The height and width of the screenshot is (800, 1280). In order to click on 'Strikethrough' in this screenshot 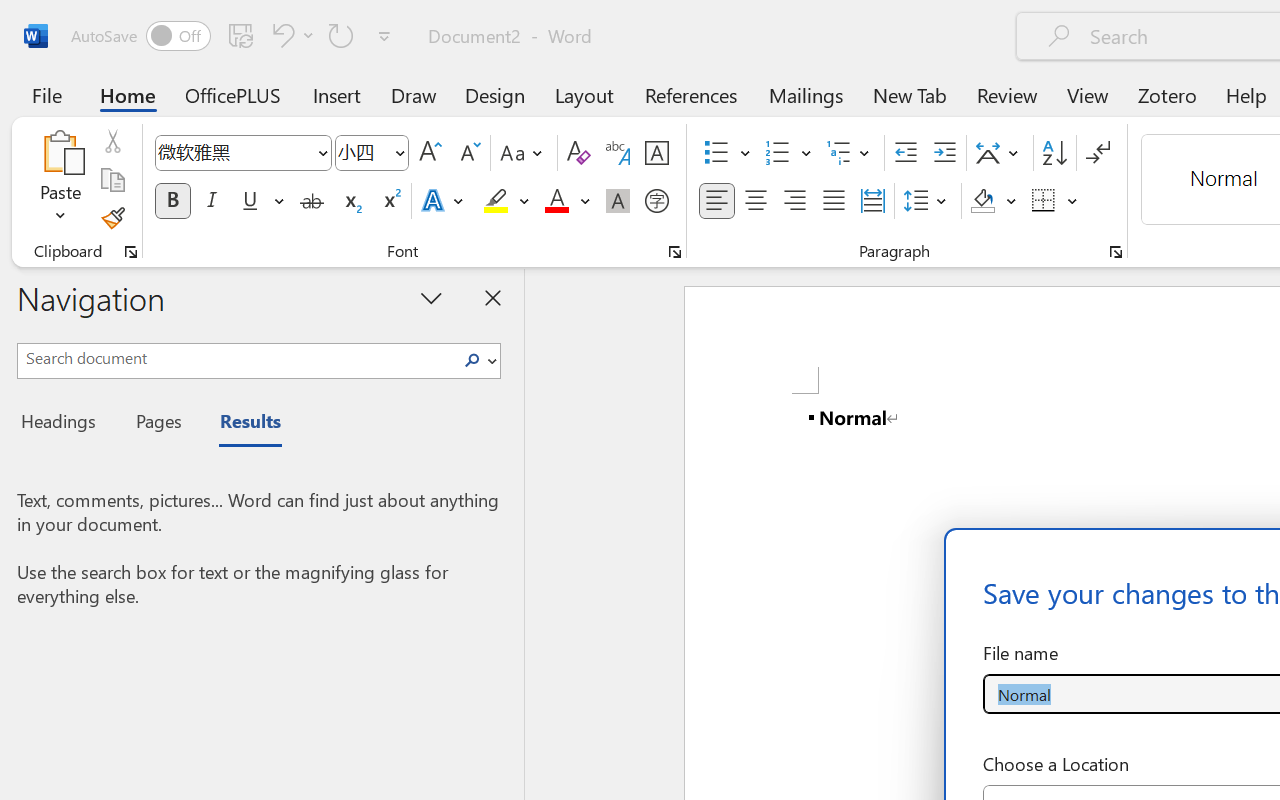, I will do `click(311, 201)`.